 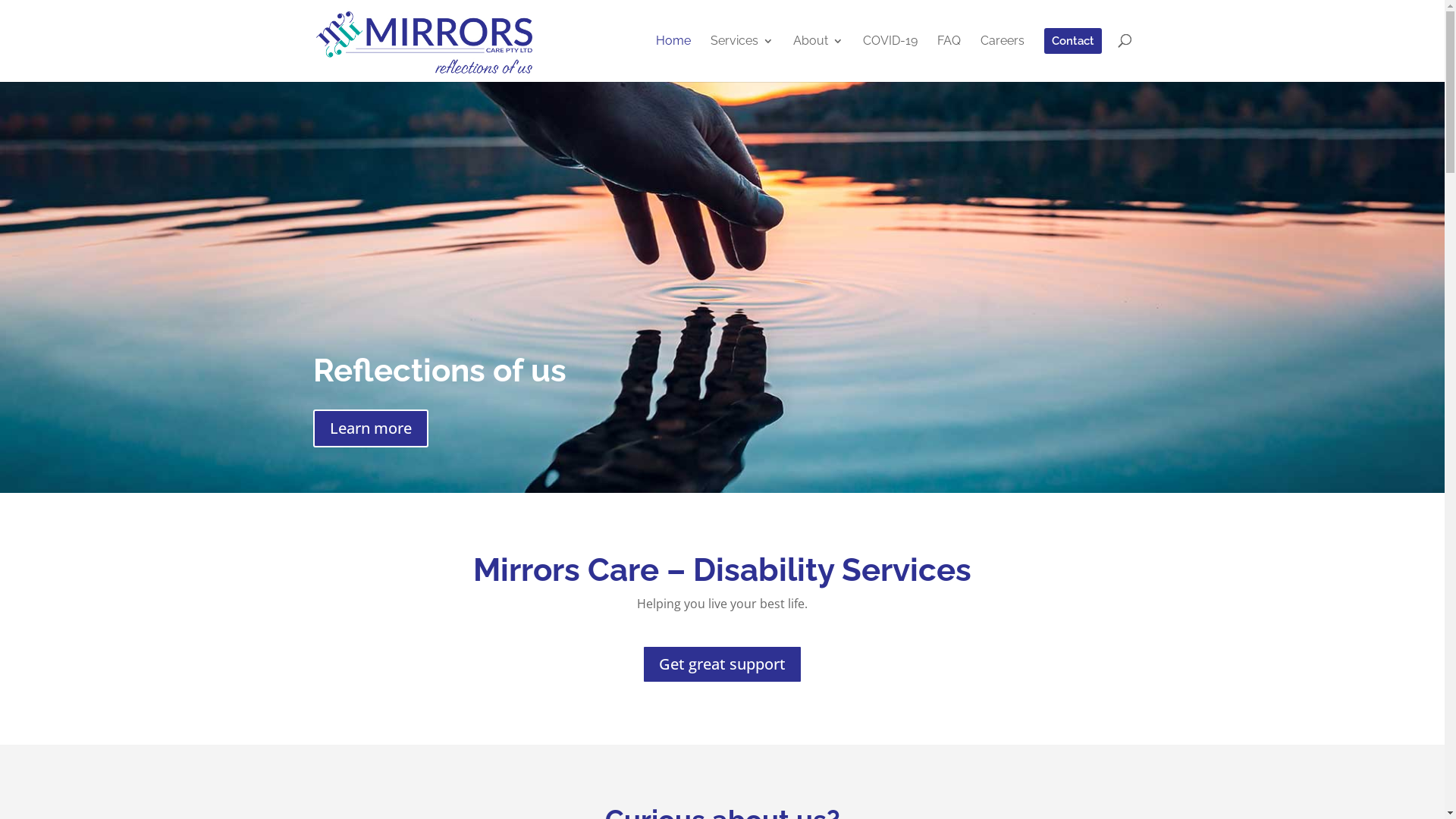 I want to click on 'Careers', so click(x=1001, y=57).